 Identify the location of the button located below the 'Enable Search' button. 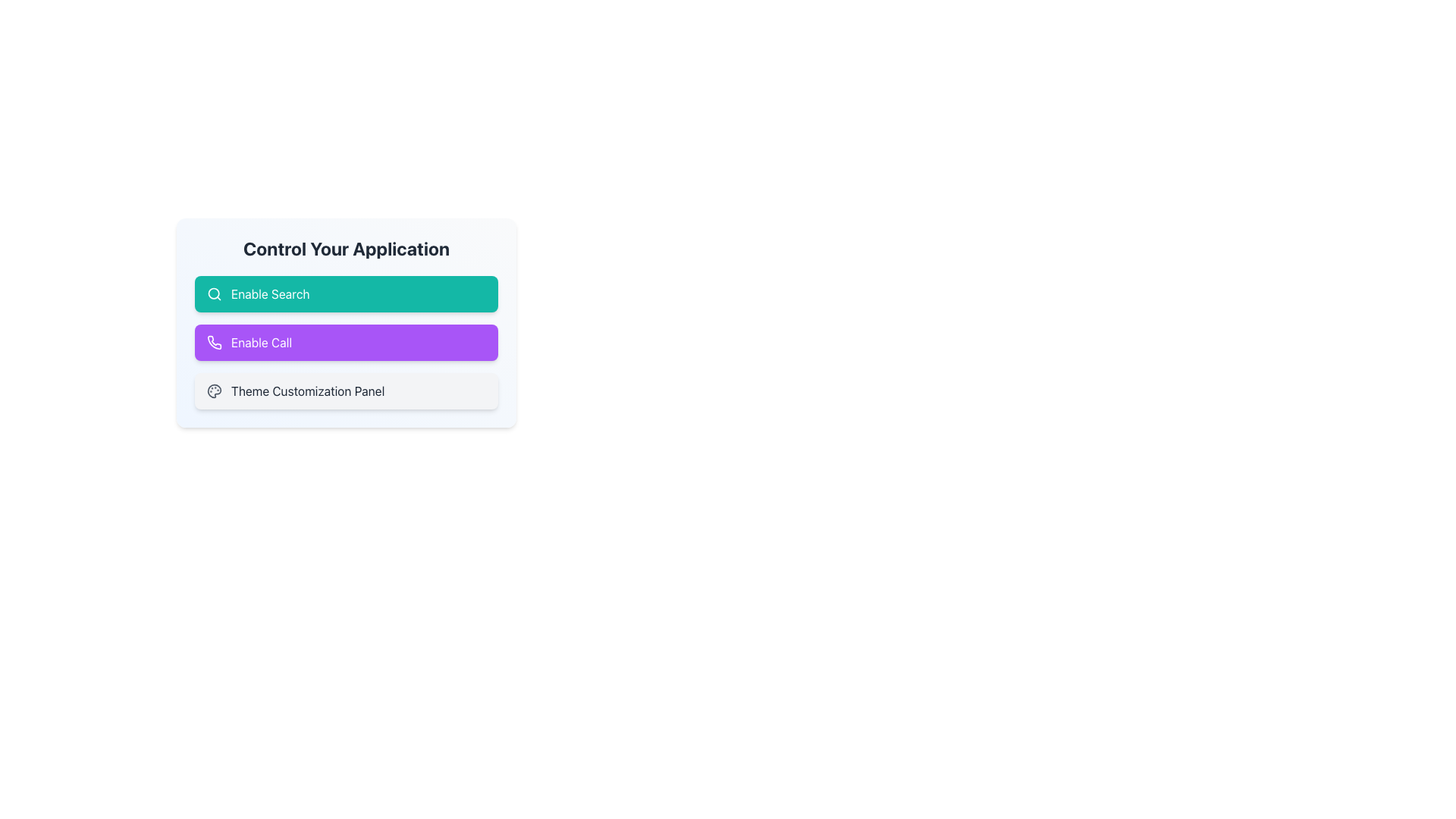
(345, 342).